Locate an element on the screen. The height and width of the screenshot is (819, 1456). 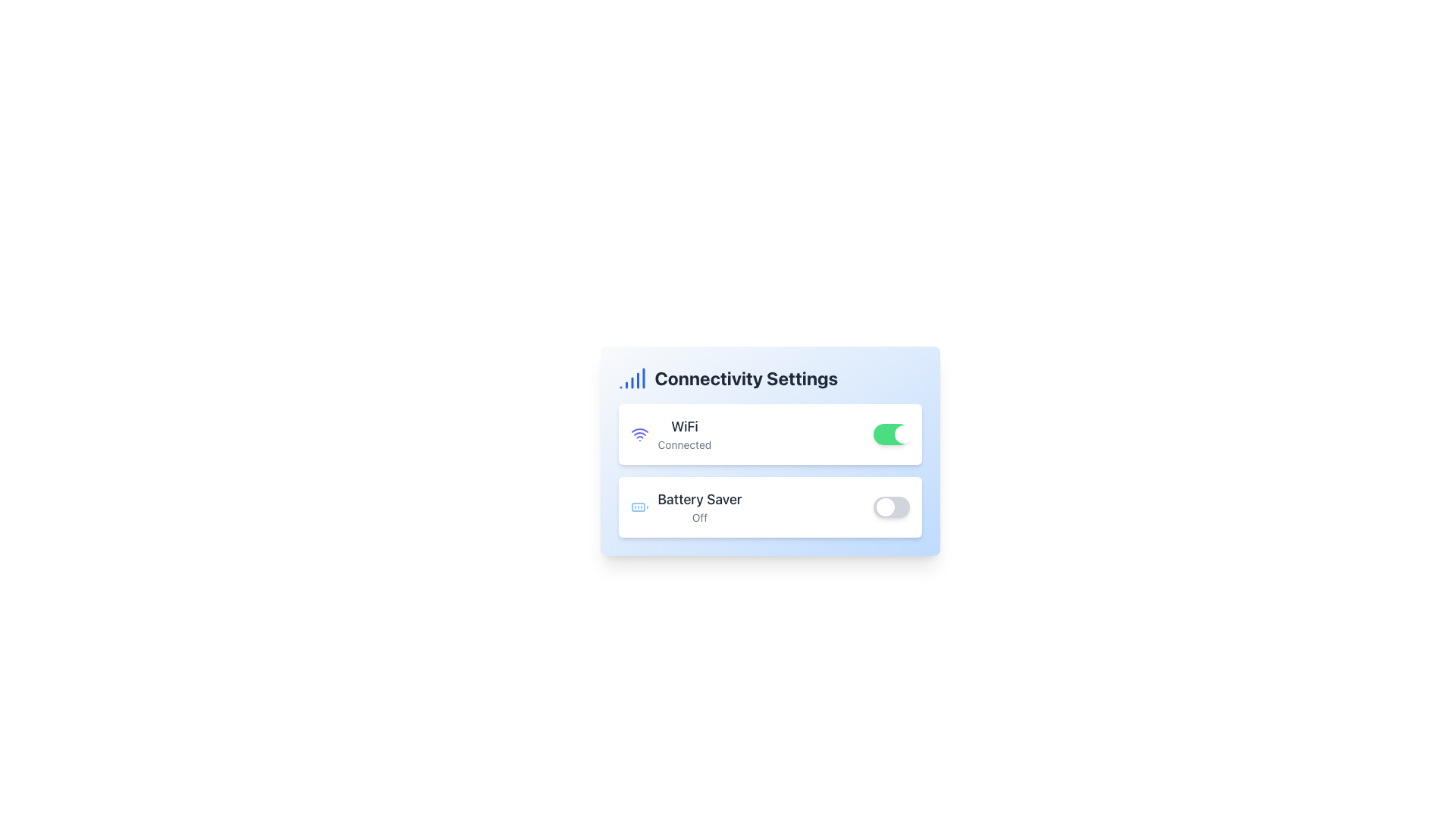
the Battery Saver setting toggle component, located below the 'WiFi Connected' section in the 'Connectivity Settings' panel is located at coordinates (770, 507).